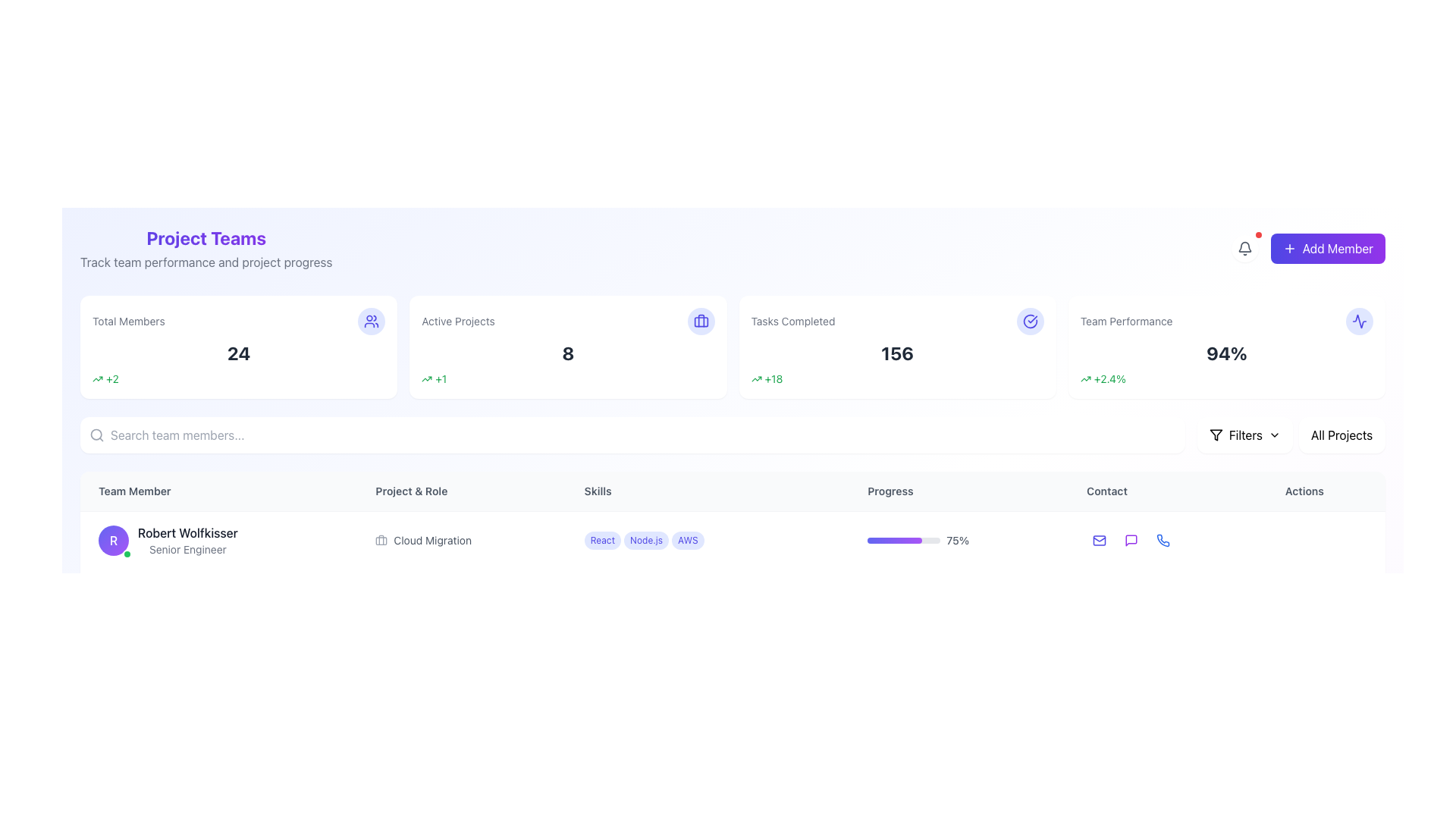  What do you see at coordinates (206, 247) in the screenshot?
I see `the Text Block with Subtitle that displays 'Project Teams' and 'Track team performance and project progress', located at the top-left corner of the interface beneath the header area` at bounding box center [206, 247].